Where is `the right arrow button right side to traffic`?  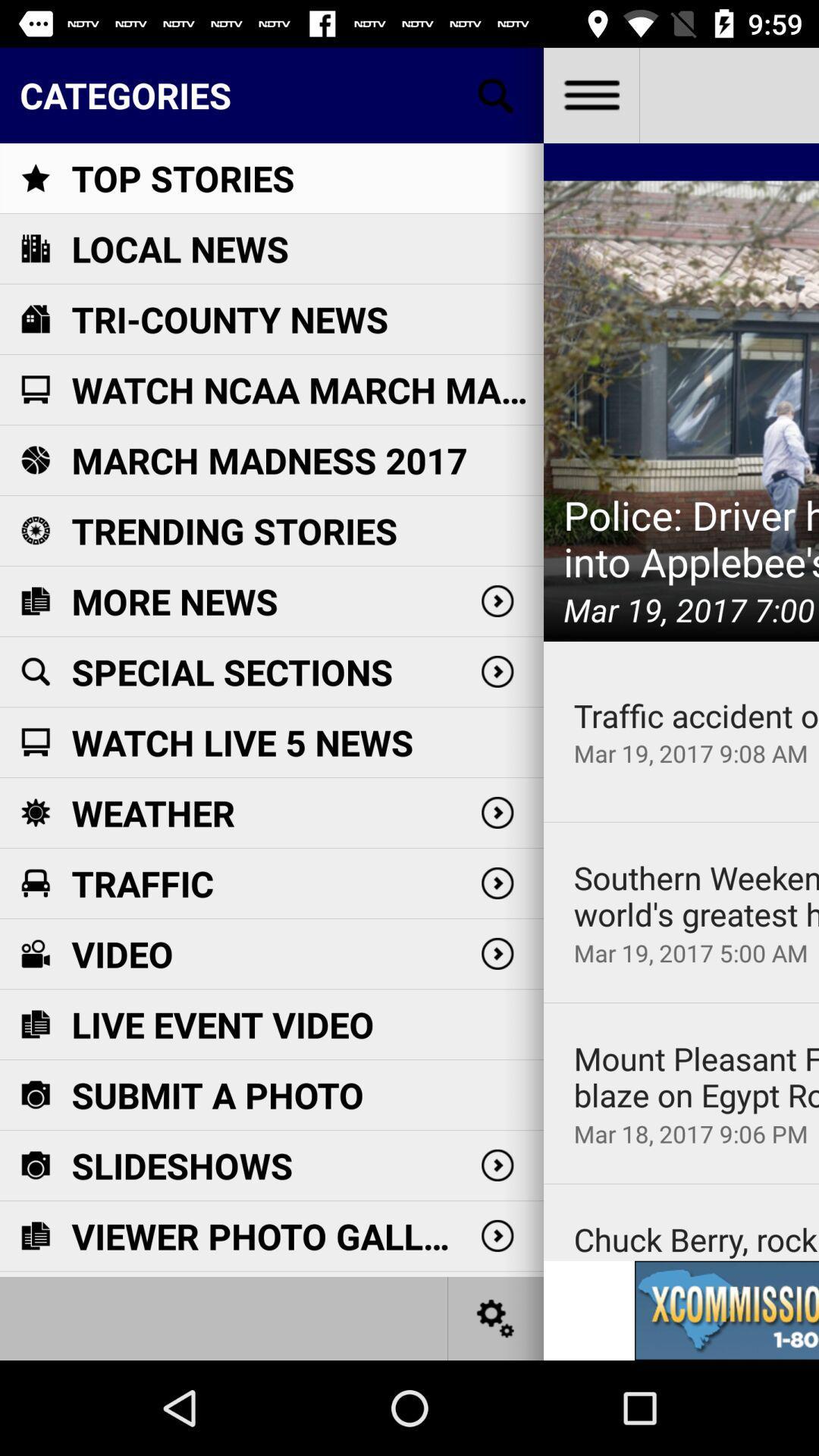
the right arrow button right side to traffic is located at coordinates (497, 883).